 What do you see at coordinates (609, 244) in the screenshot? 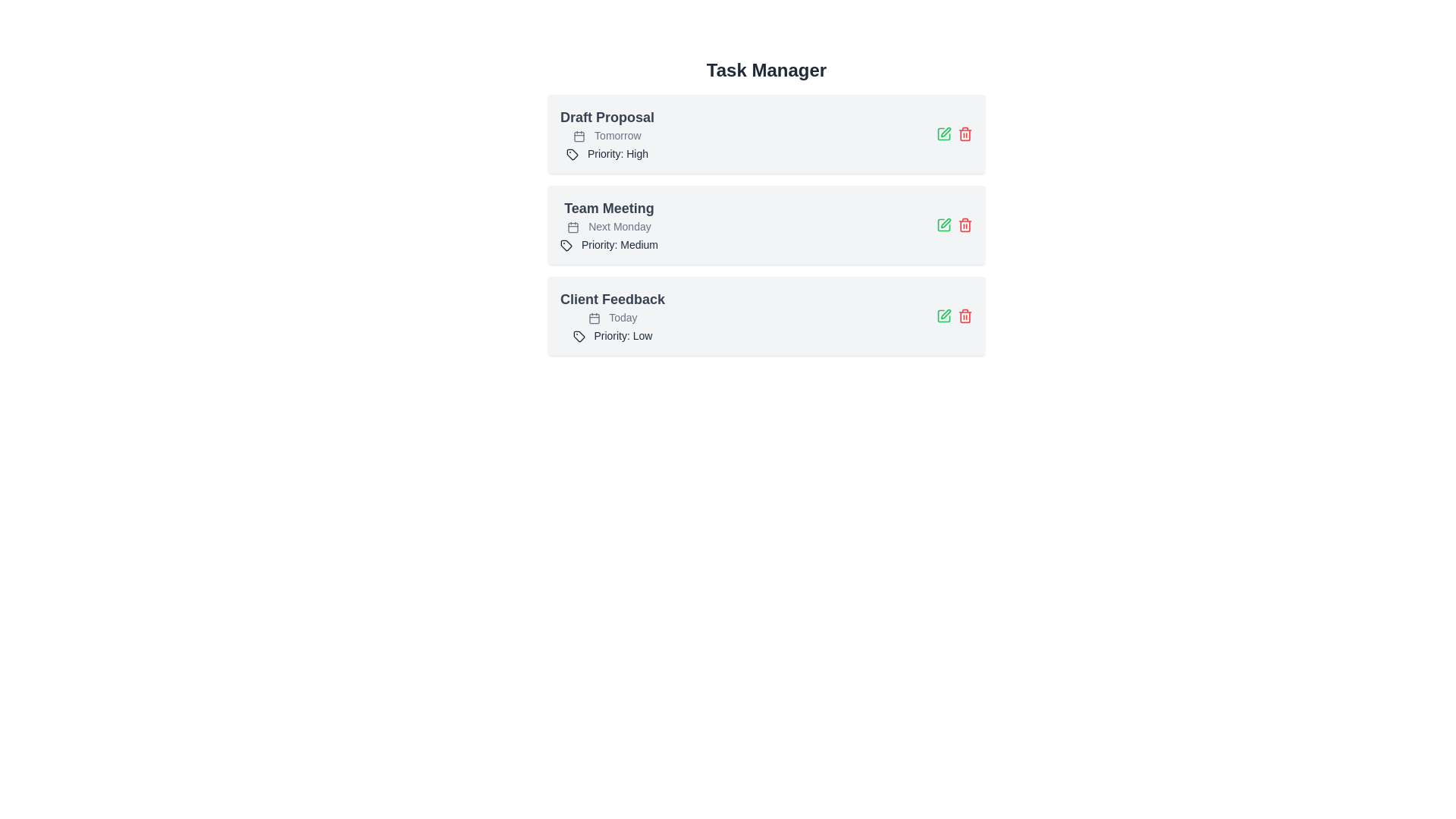
I see `the 'Medium' priority level text label located within the 'Team Meeting' card, positioned below the subheading 'Next Monday'` at bounding box center [609, 244].